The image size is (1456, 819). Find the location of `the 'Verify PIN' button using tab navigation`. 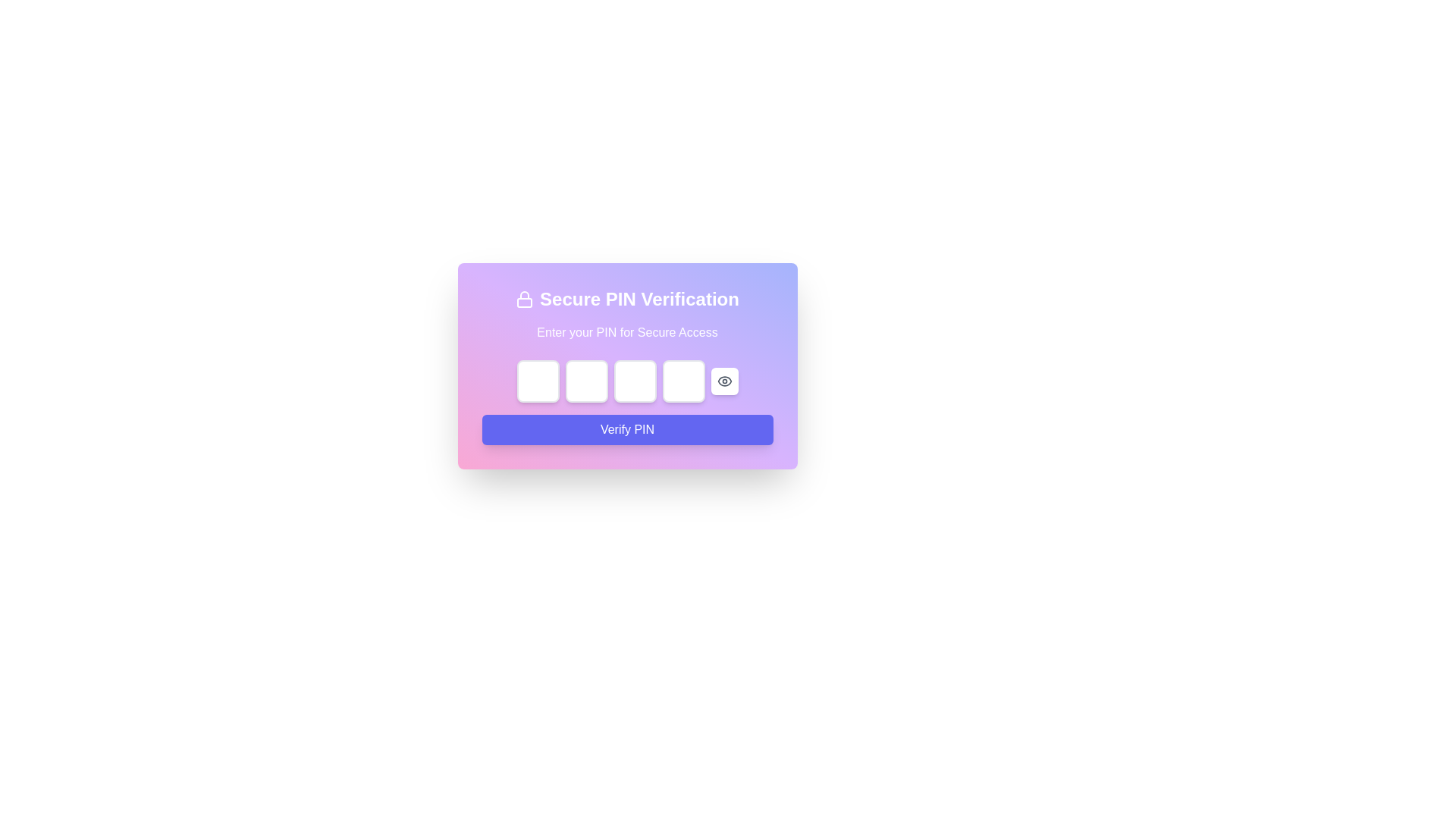

the 'Verify PIN' button using tab navigation is located at coordinates (627, 430).